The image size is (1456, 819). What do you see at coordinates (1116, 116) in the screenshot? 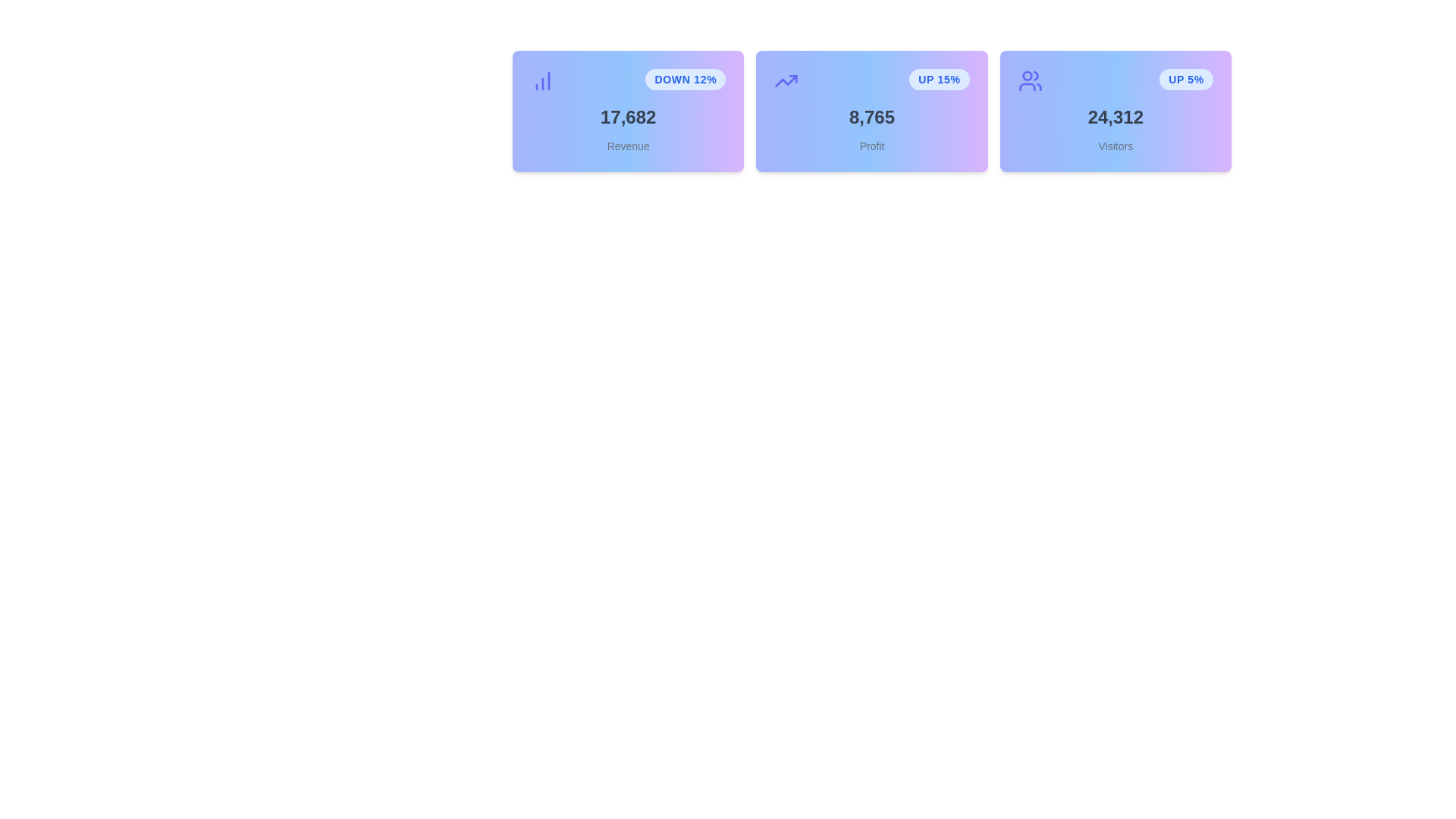
I see `the large, bold text display element showing '24,312' located on the rightmost card in a series of three cards, positioned beneath the 'UP 5%' label and above the 'Visitors' label` at bounding box center [1116, 116].